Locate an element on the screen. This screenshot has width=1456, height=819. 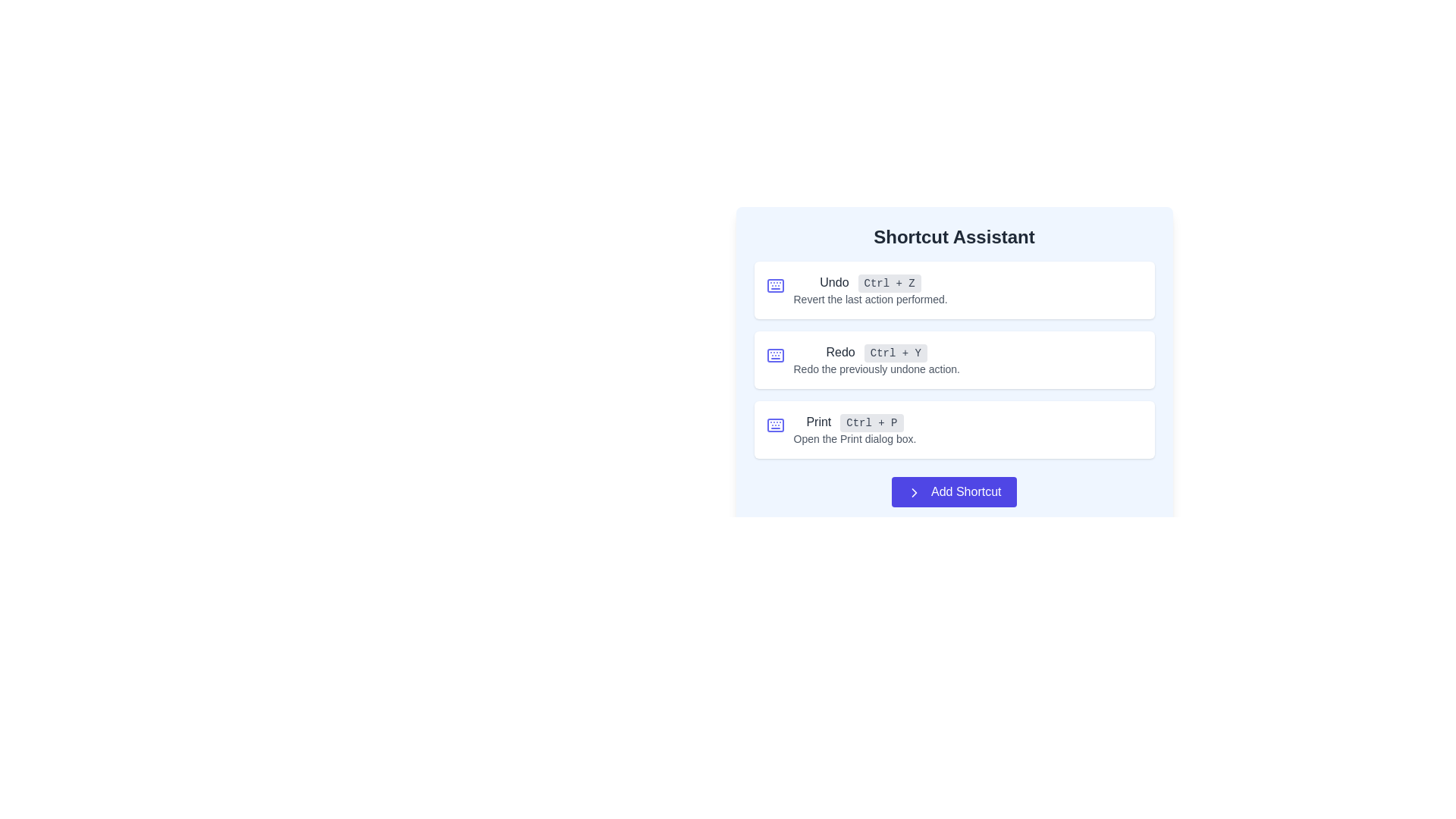
the icon located to the left of the 'Add Shortcut' button, which serves as a visual indicator for navigation or a forward action is located at coordinates (914, 492).